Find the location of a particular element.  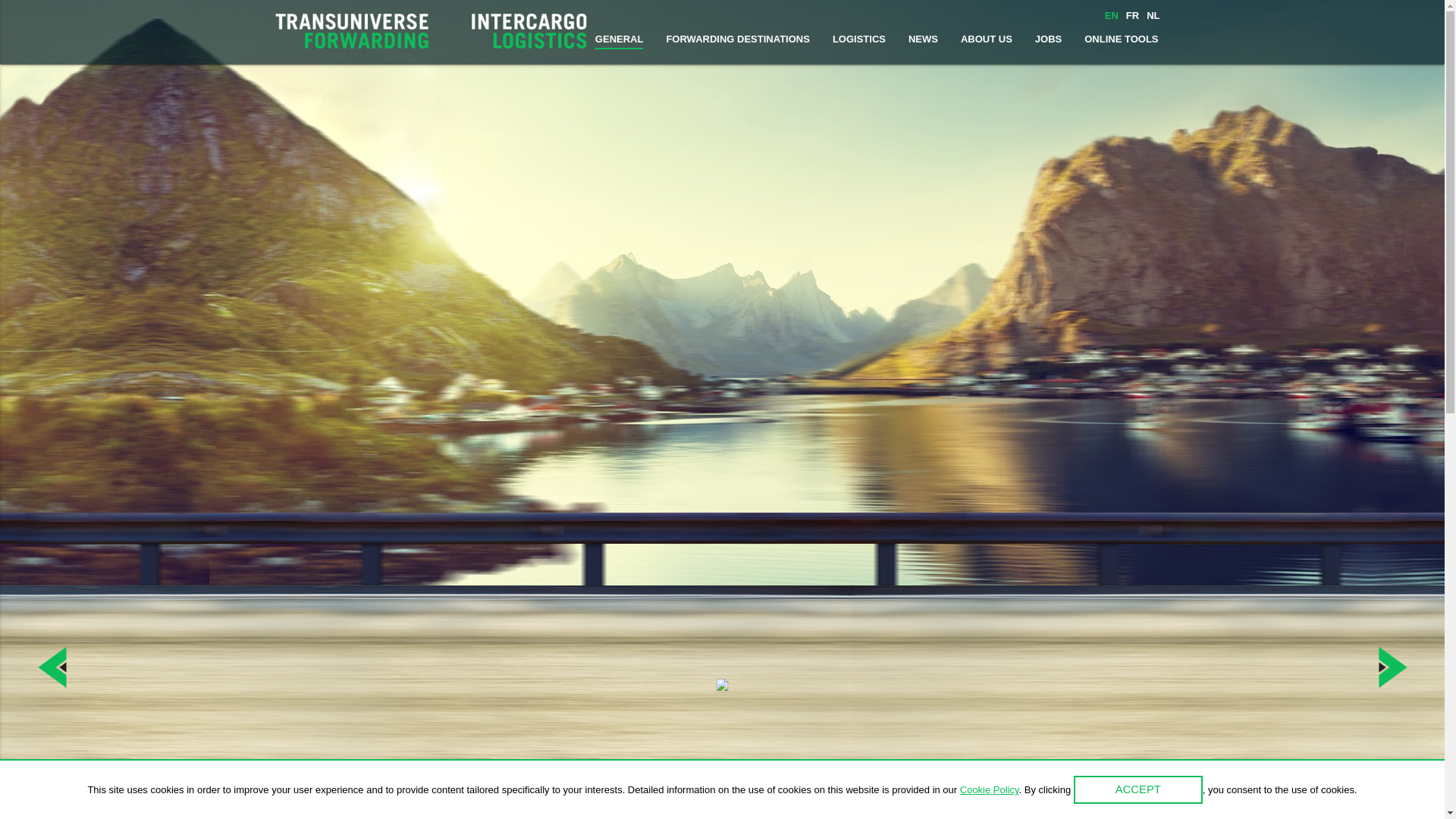

'ABOUT US' is located at coordinates (986, 39).